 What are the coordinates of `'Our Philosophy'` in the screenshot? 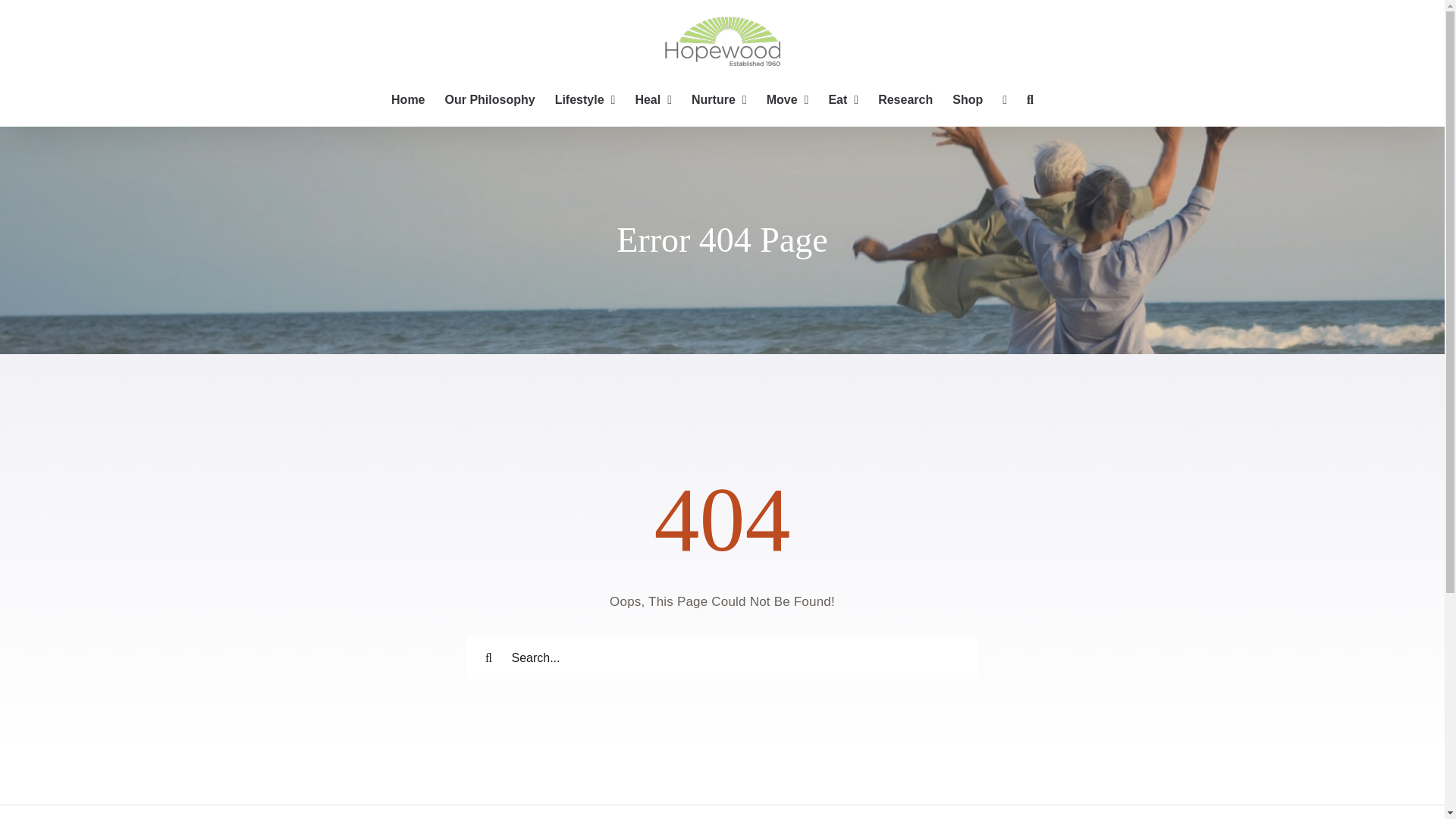 It's located at (489, 99).